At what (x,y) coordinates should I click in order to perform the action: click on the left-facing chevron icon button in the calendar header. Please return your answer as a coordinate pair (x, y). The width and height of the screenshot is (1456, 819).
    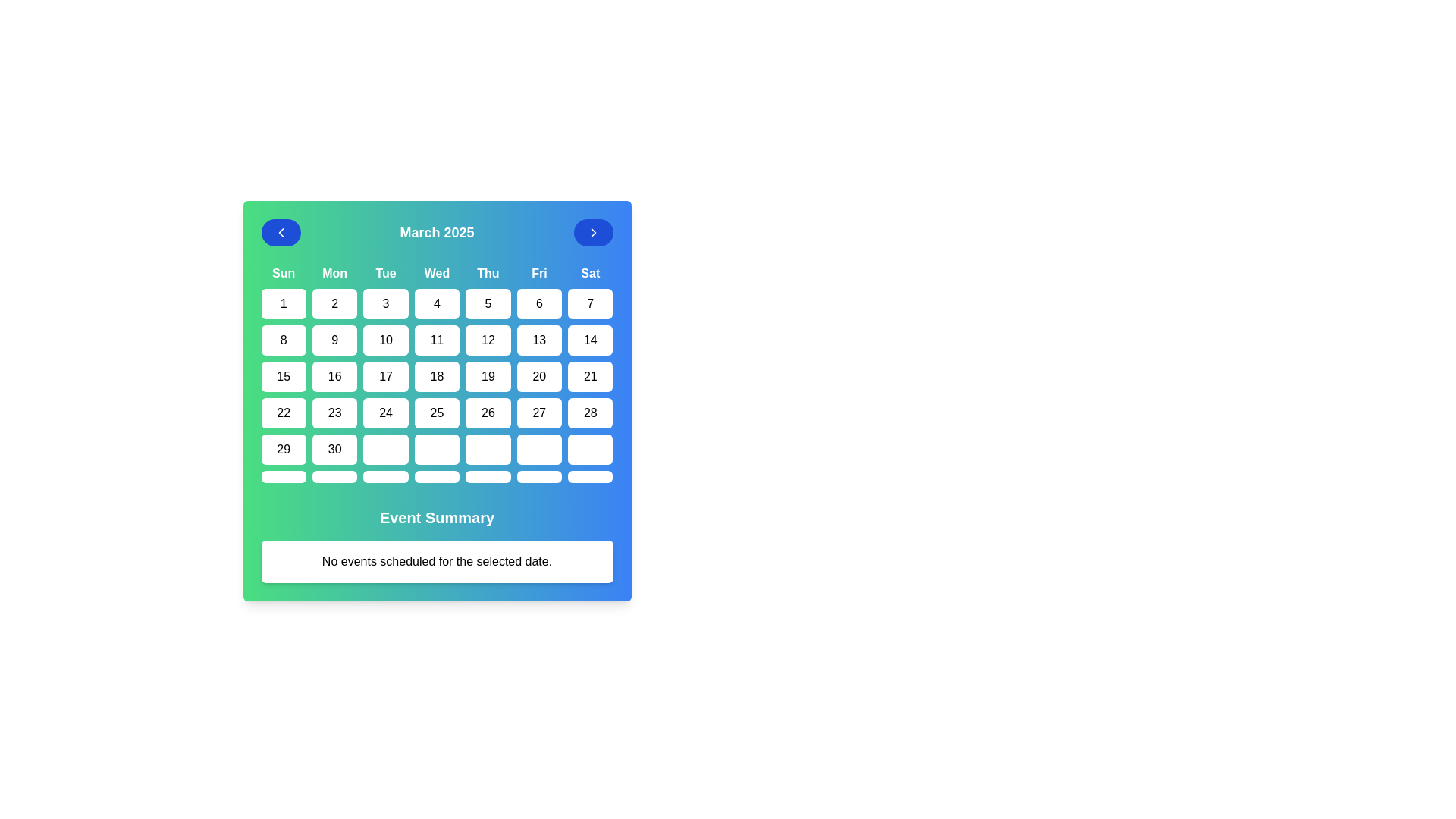
    Looking at the image, I should click on (281, 233).